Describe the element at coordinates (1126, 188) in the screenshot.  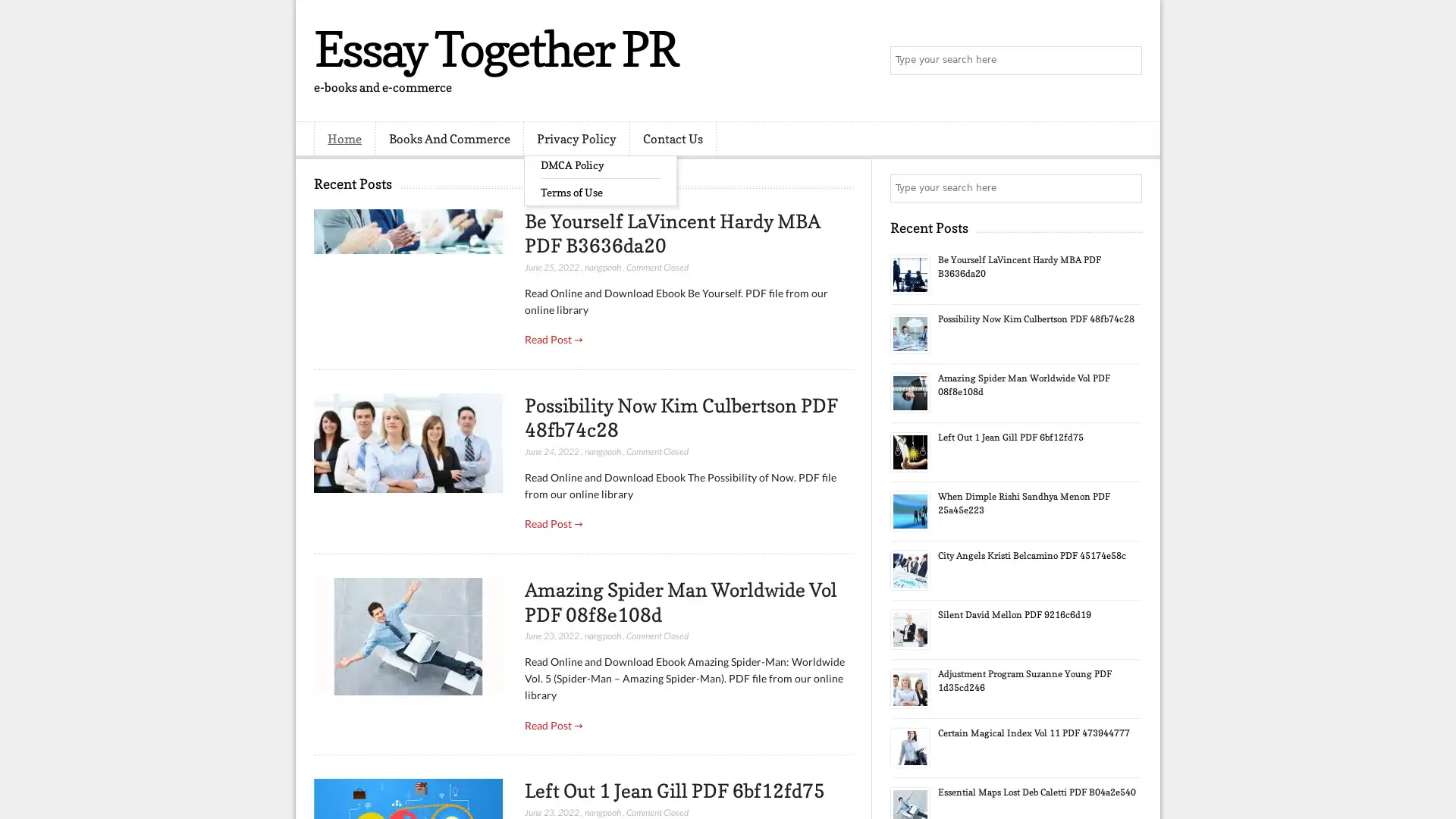
I see `Search` at that location.